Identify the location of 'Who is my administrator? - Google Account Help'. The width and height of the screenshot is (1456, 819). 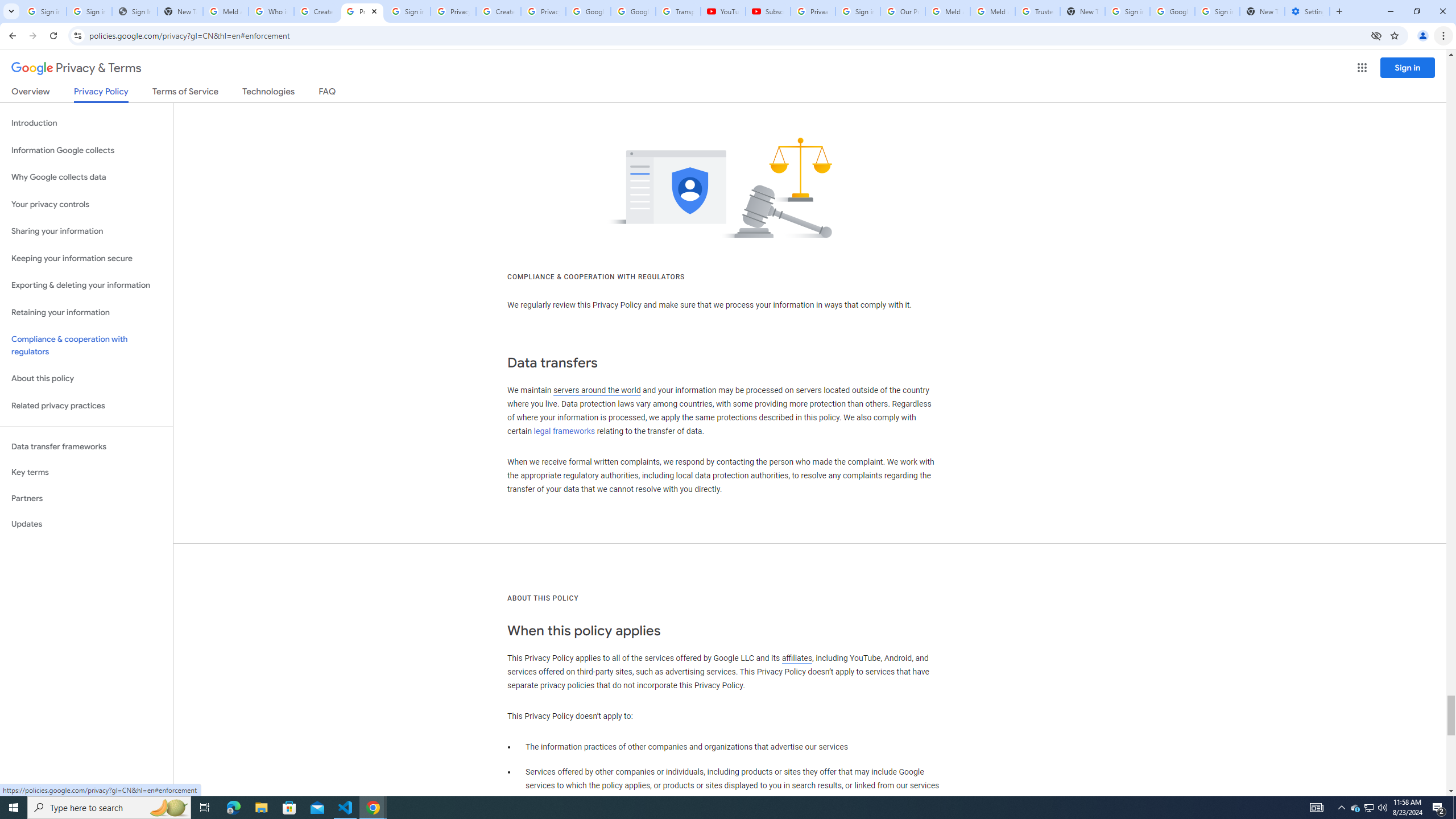
(271, 11).